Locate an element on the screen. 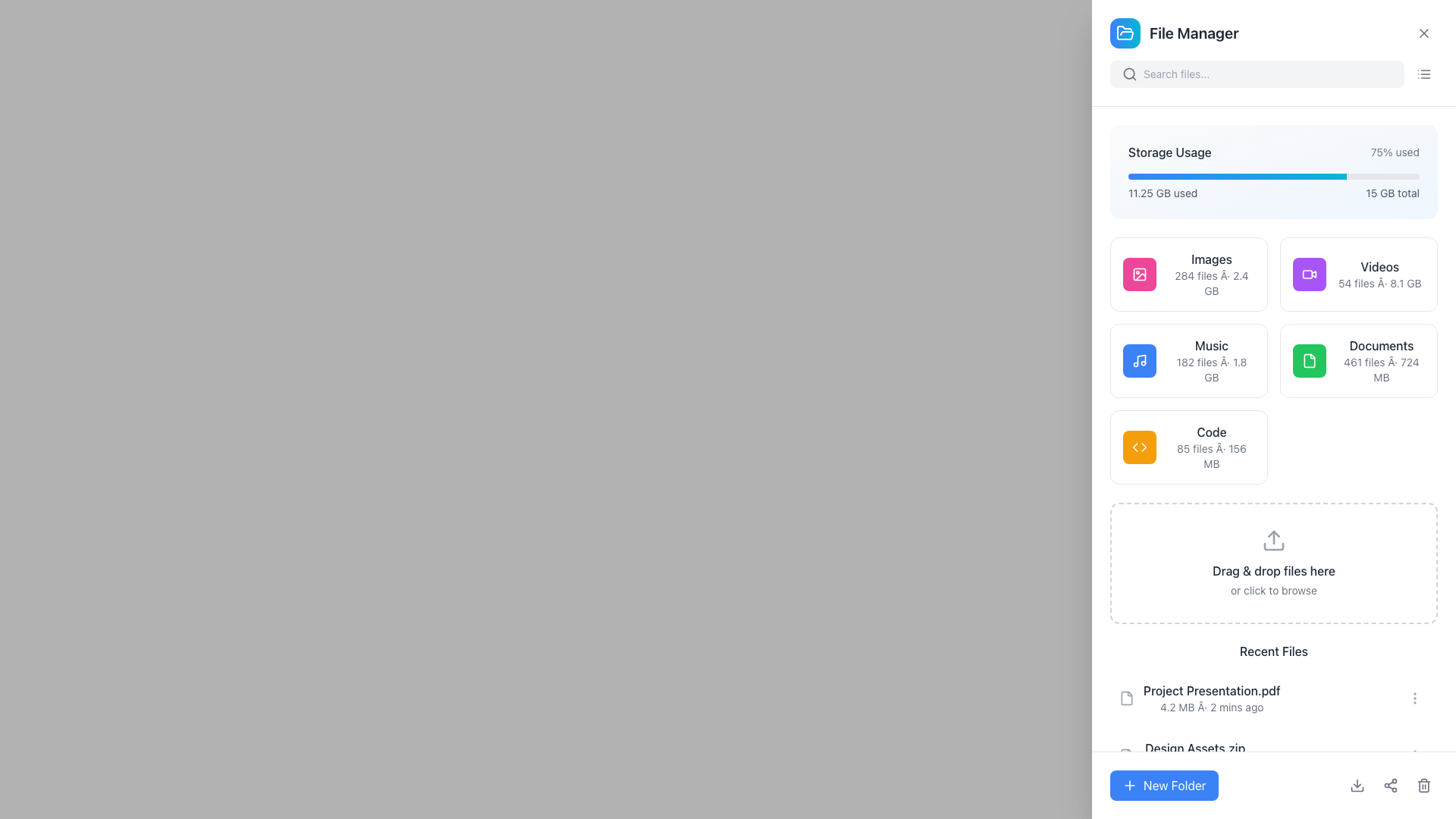  contents of the Informational Card that summarizes storage usage, located at the upper section of the file manager's main panel, below the search bar and above the navigational grid of category cards is located at coordinates (1274, 171).